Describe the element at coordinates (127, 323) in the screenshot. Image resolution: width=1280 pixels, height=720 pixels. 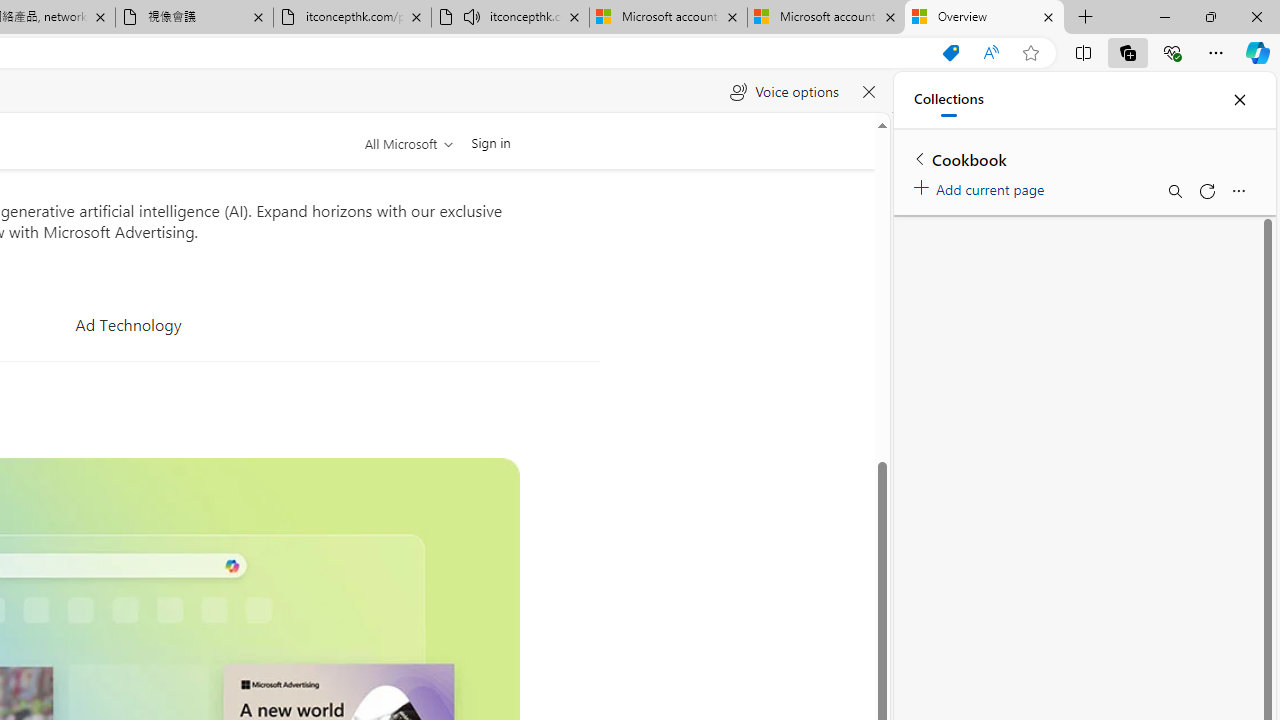
I see `'Ad Technology'` at that location.